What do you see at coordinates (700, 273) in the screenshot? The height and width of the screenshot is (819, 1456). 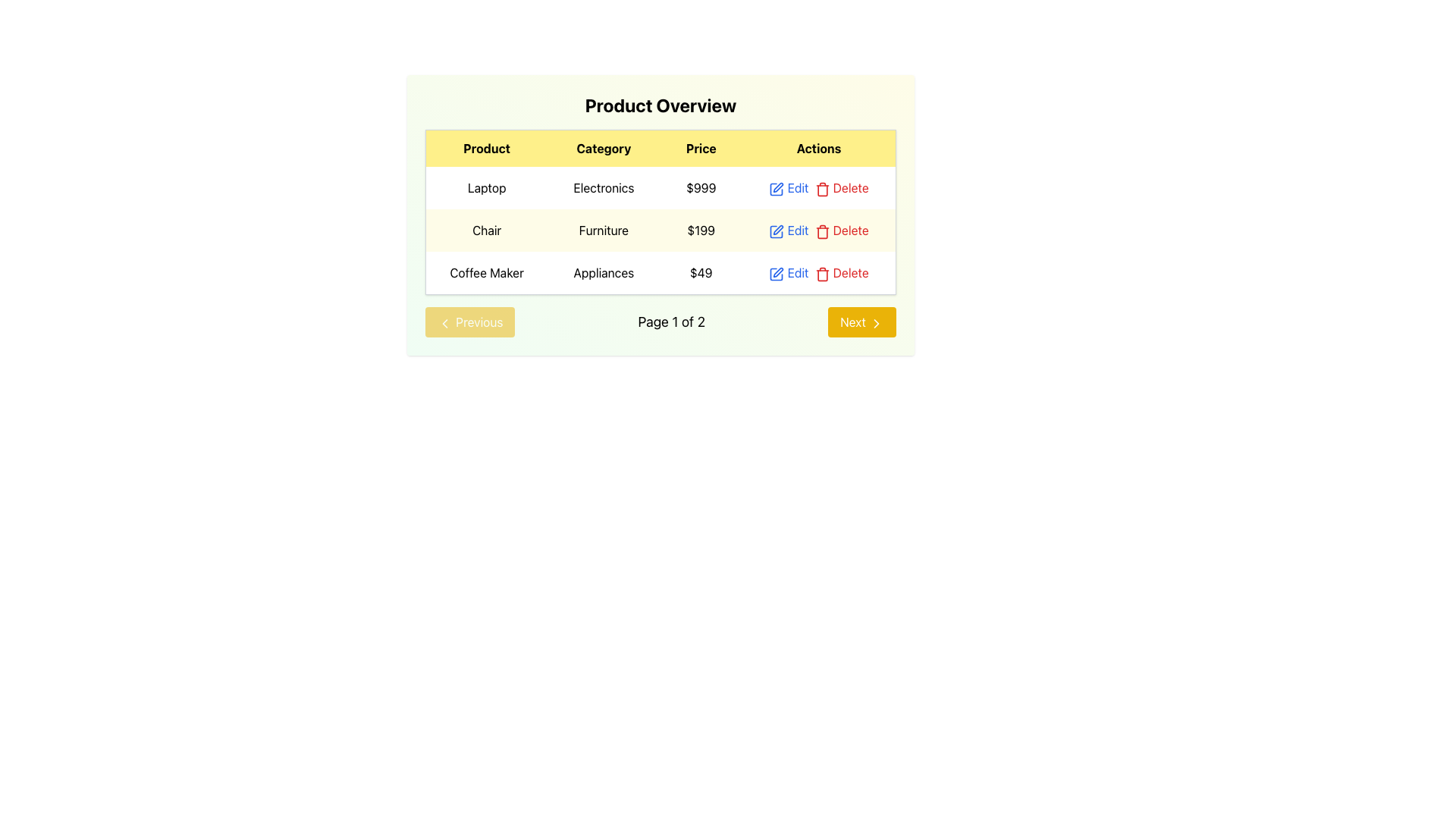 I see `the static text field displaying the price of the 'Coffee Maker' product, located in the third row under the 'Price' column` at bounding box center [700, 273].